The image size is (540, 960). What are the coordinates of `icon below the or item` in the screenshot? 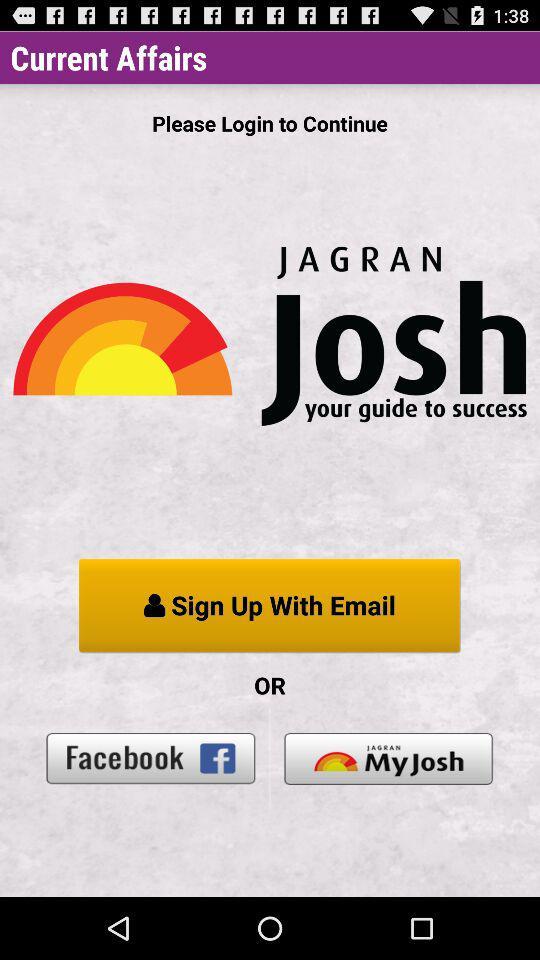 It's located at (150, 757).